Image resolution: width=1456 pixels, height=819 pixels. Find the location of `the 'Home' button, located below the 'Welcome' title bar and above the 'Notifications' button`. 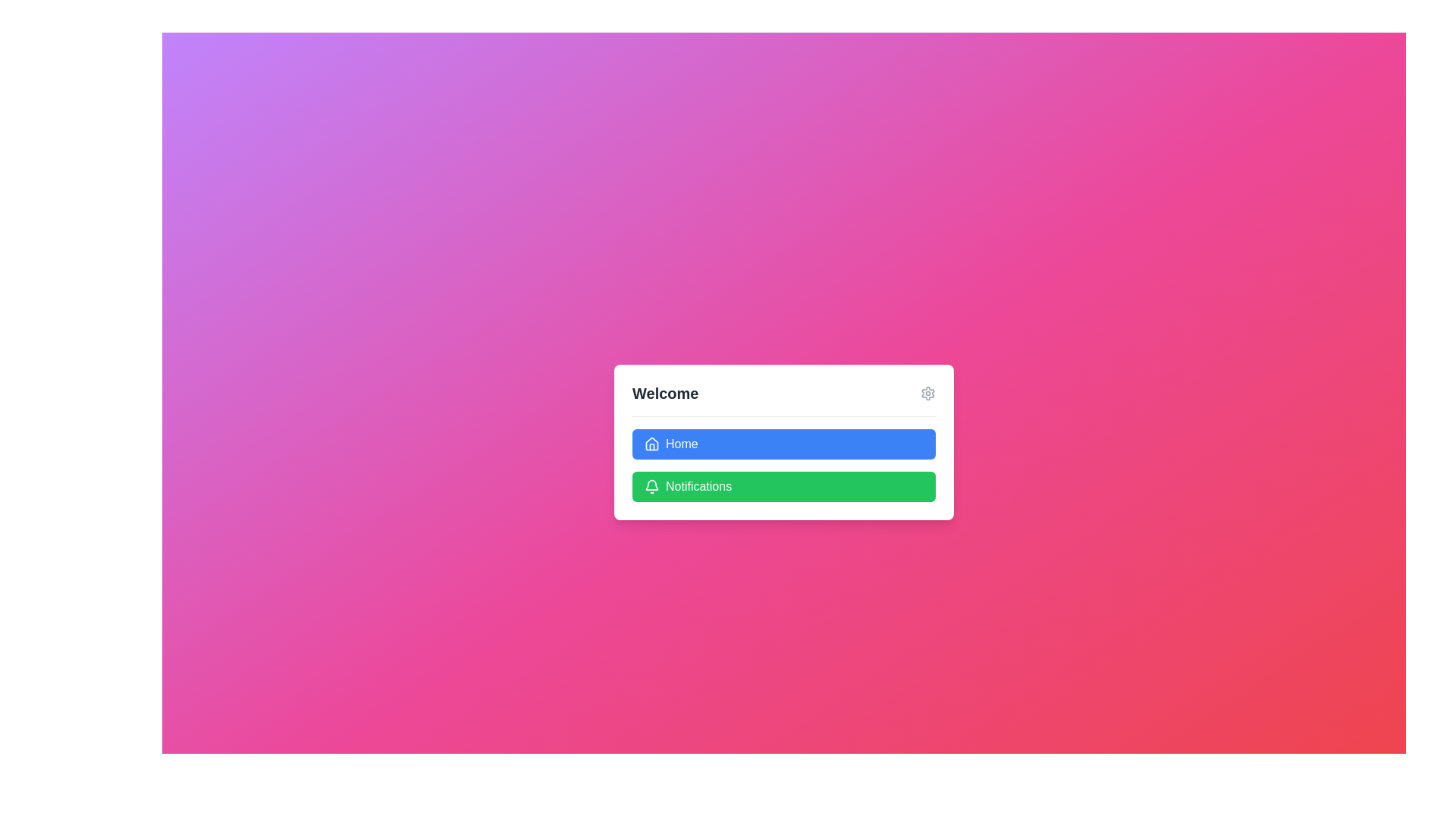

the 'Home' button, located below the 'Welcome' title bar and above the 'Notifications' button is located at coordinates (783, 441).